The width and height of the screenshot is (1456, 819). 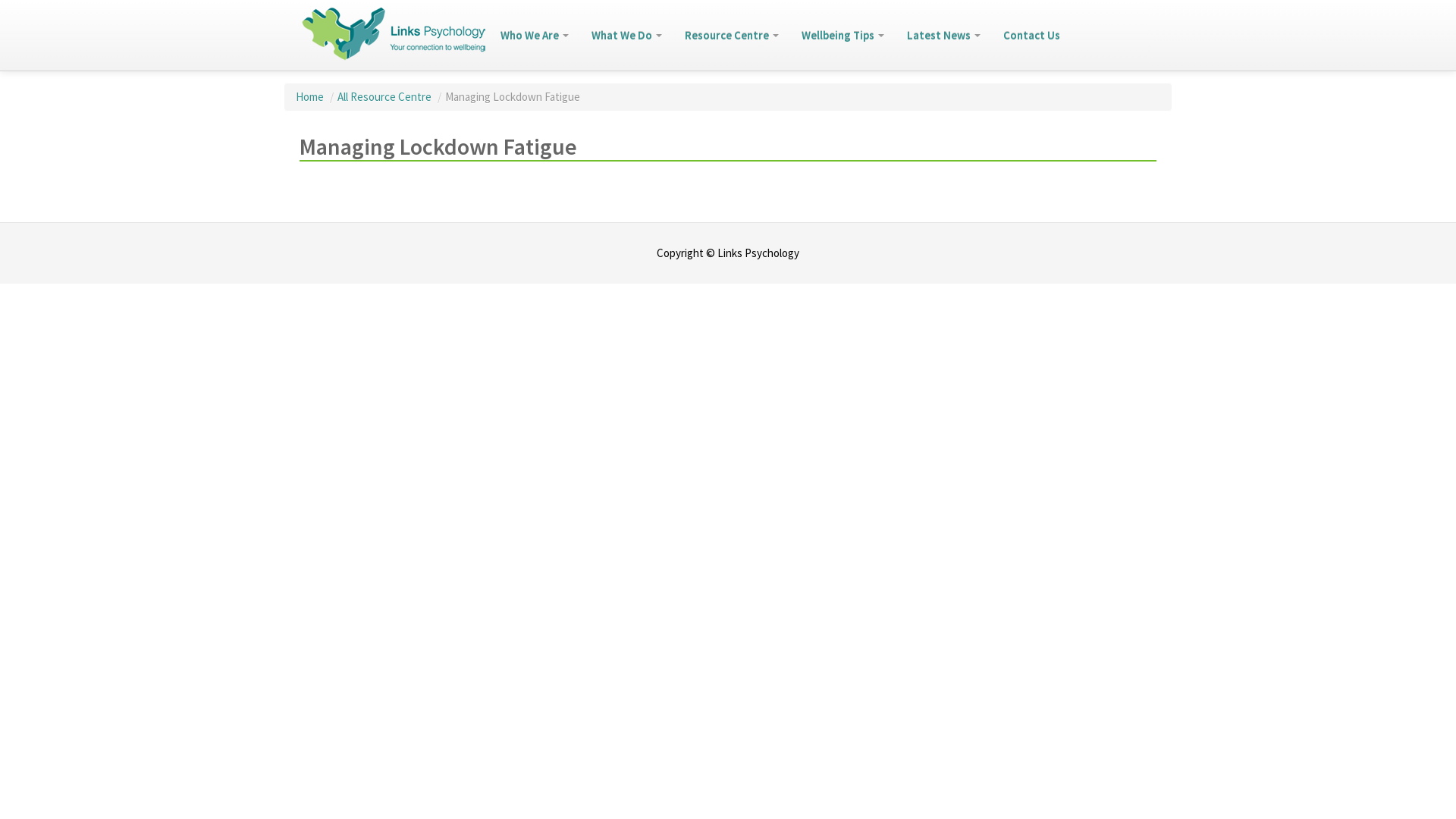 I want to click on 'Resource Centre', so click(x=731, y=34).